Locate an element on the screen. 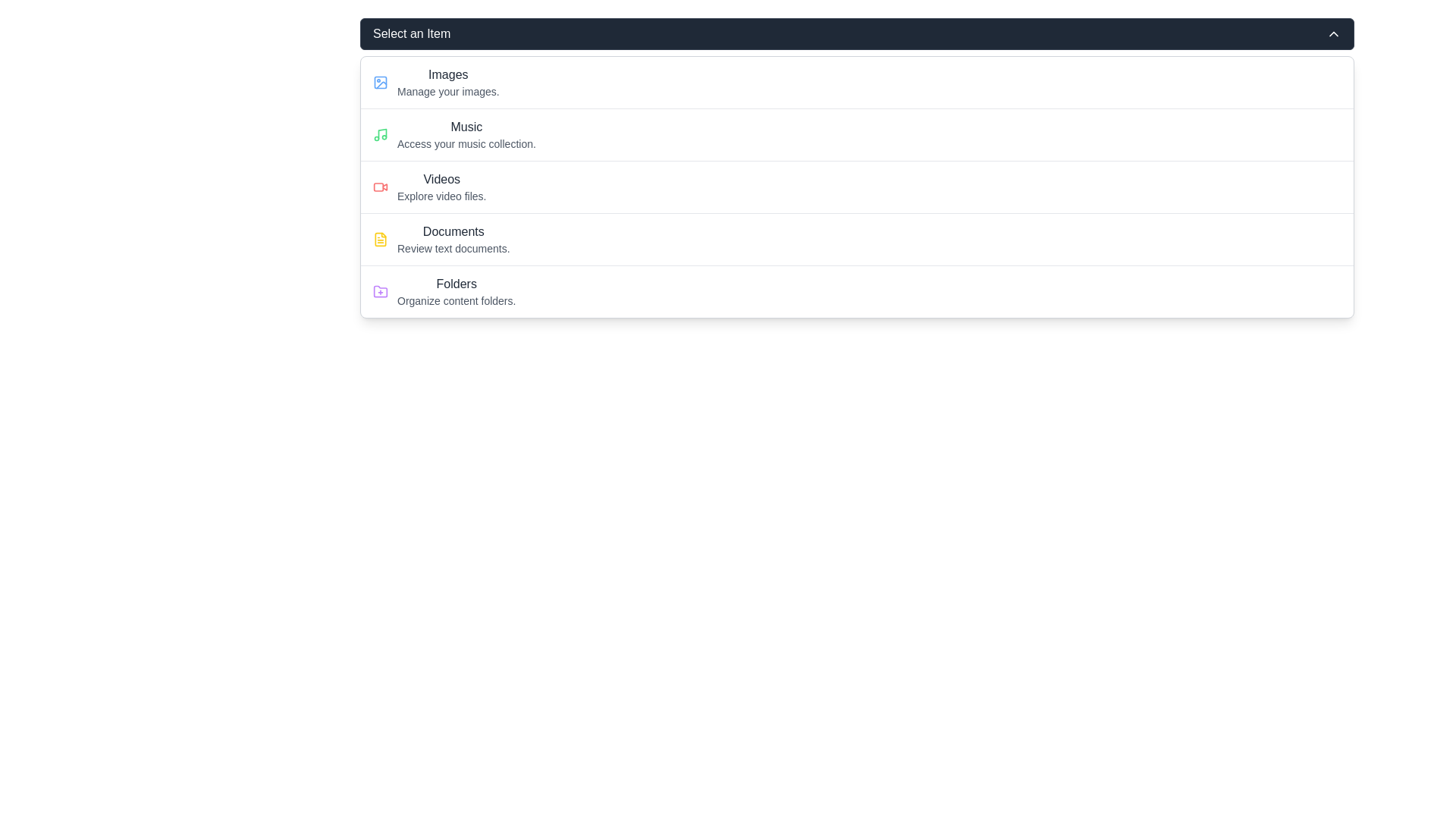 Image resolution: width=1456 pixels, height=819 pixels. the second Text Label in the vertical list, which is positioned below the 'Images' option is located at coordinates (466, 133).